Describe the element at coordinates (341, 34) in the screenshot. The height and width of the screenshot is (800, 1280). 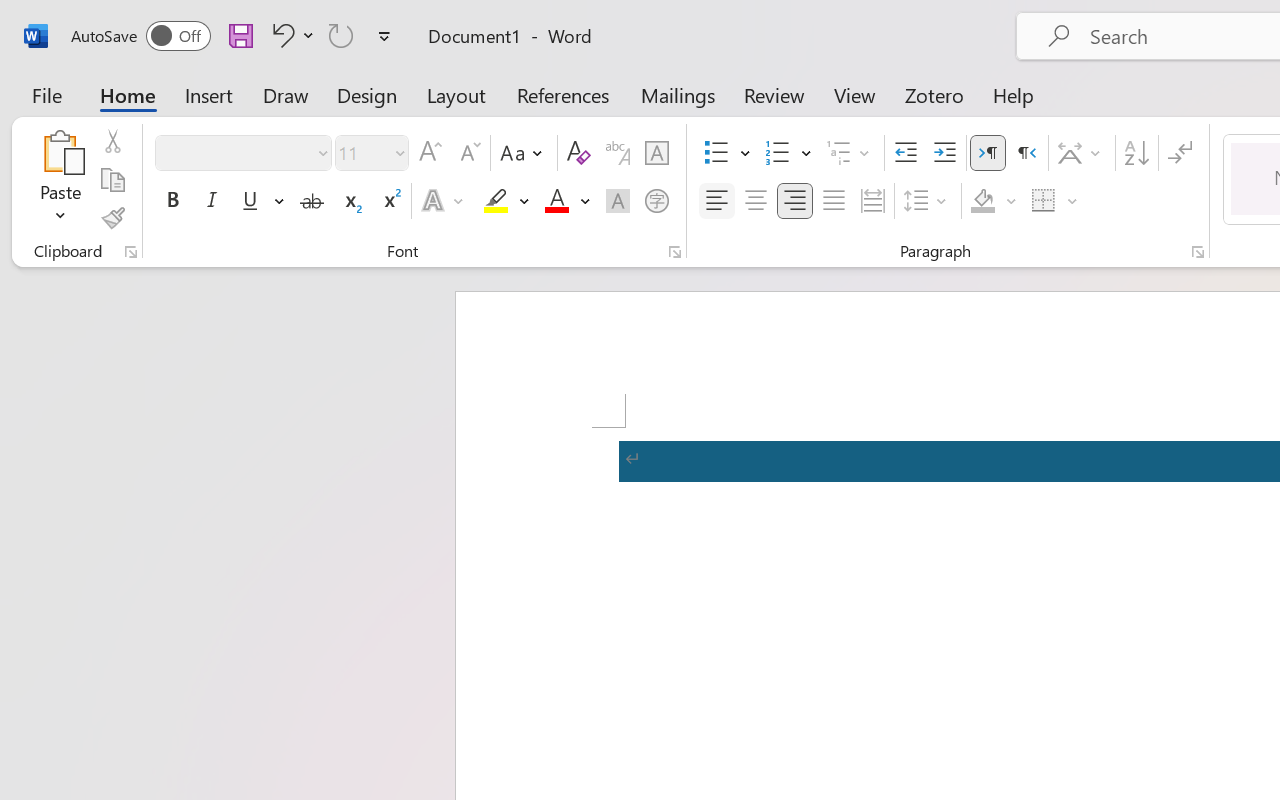
I see `'Repeat TCSCTranslate'` at that location.